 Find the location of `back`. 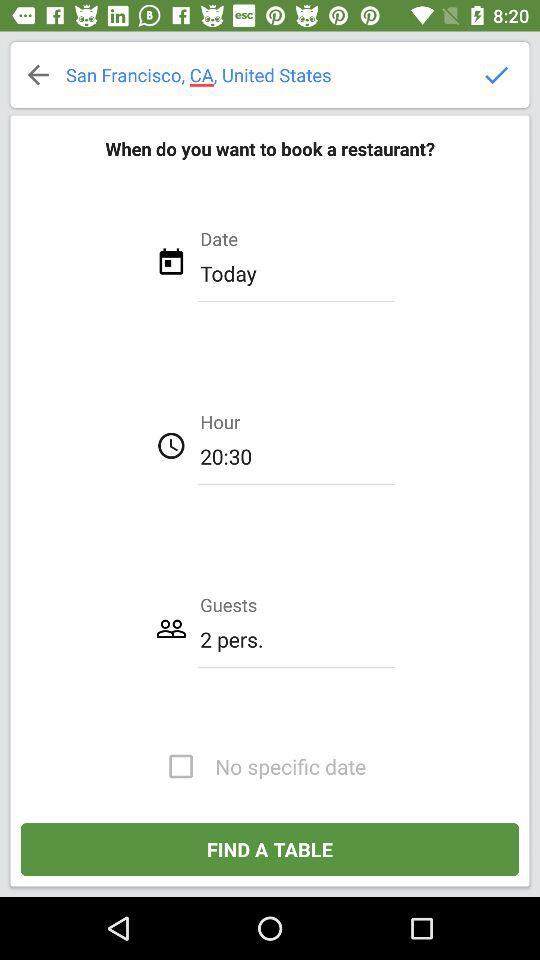

back is located at coordinates (38, 74).